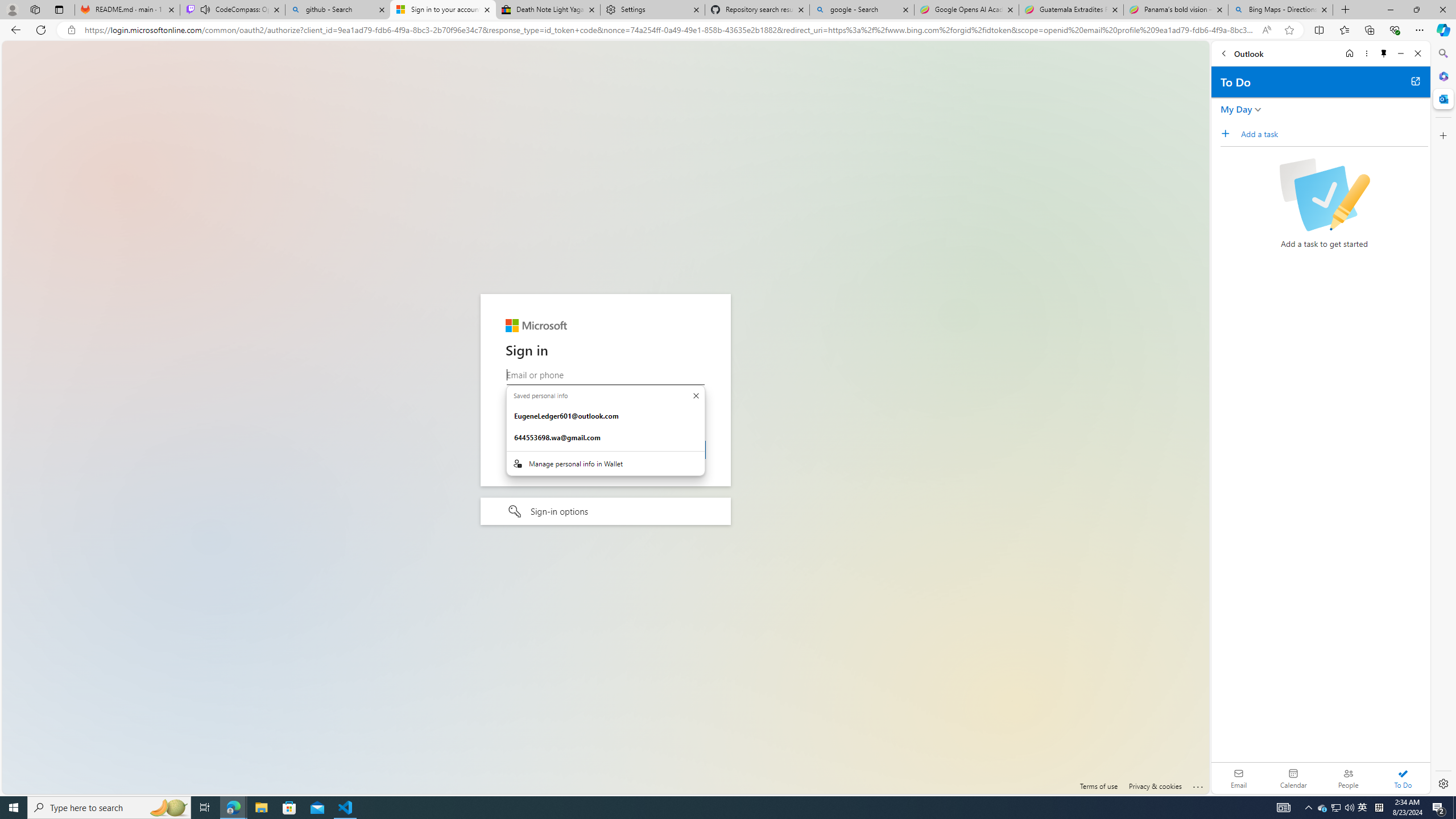 The width and height of the screenshot is (1456, 819). Describe the element at coordinates (1155, 786) in the screenshot. I see `'Privacy & cookies'` at that location.